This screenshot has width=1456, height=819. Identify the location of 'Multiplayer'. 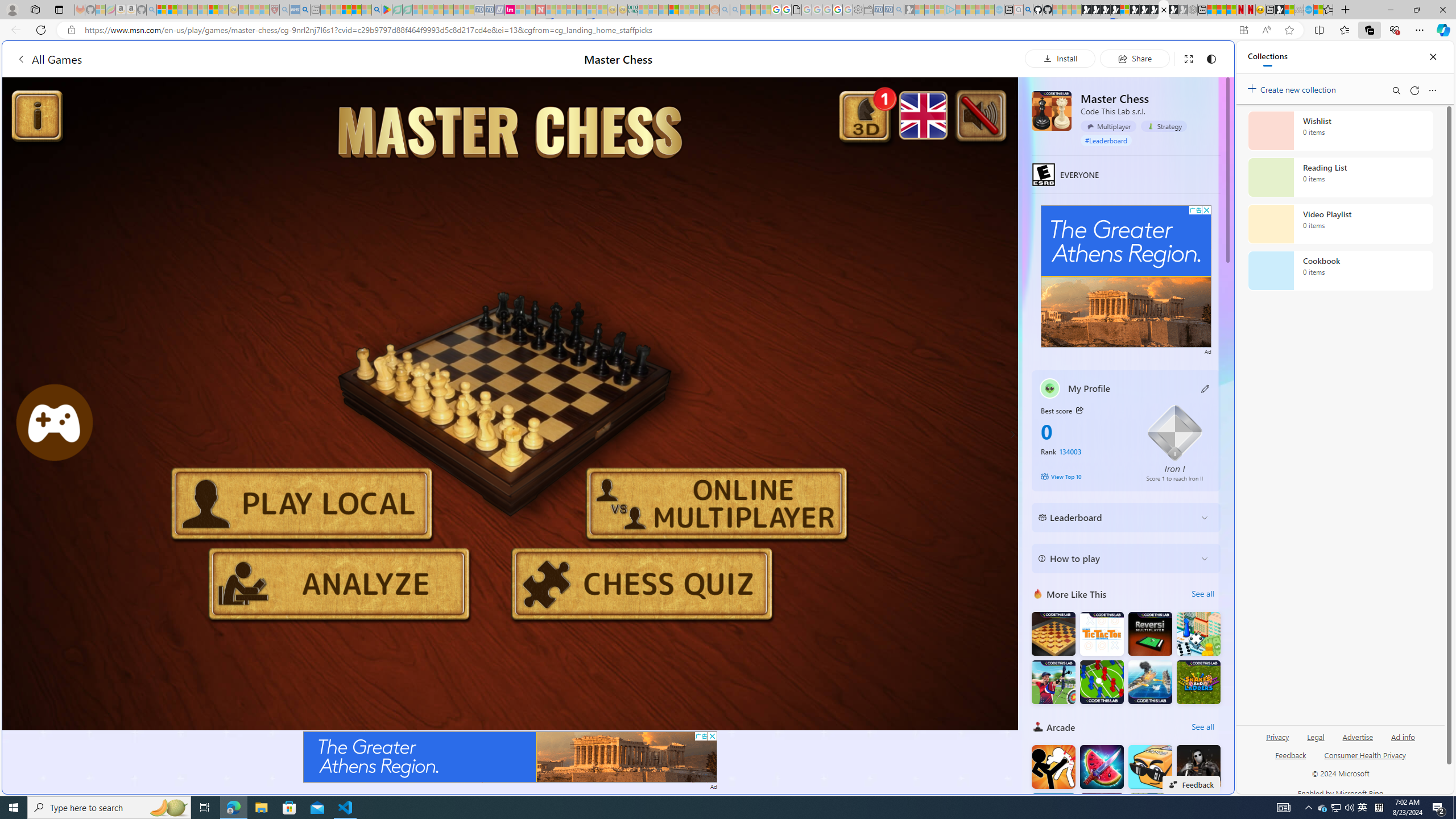
(1108, 126).